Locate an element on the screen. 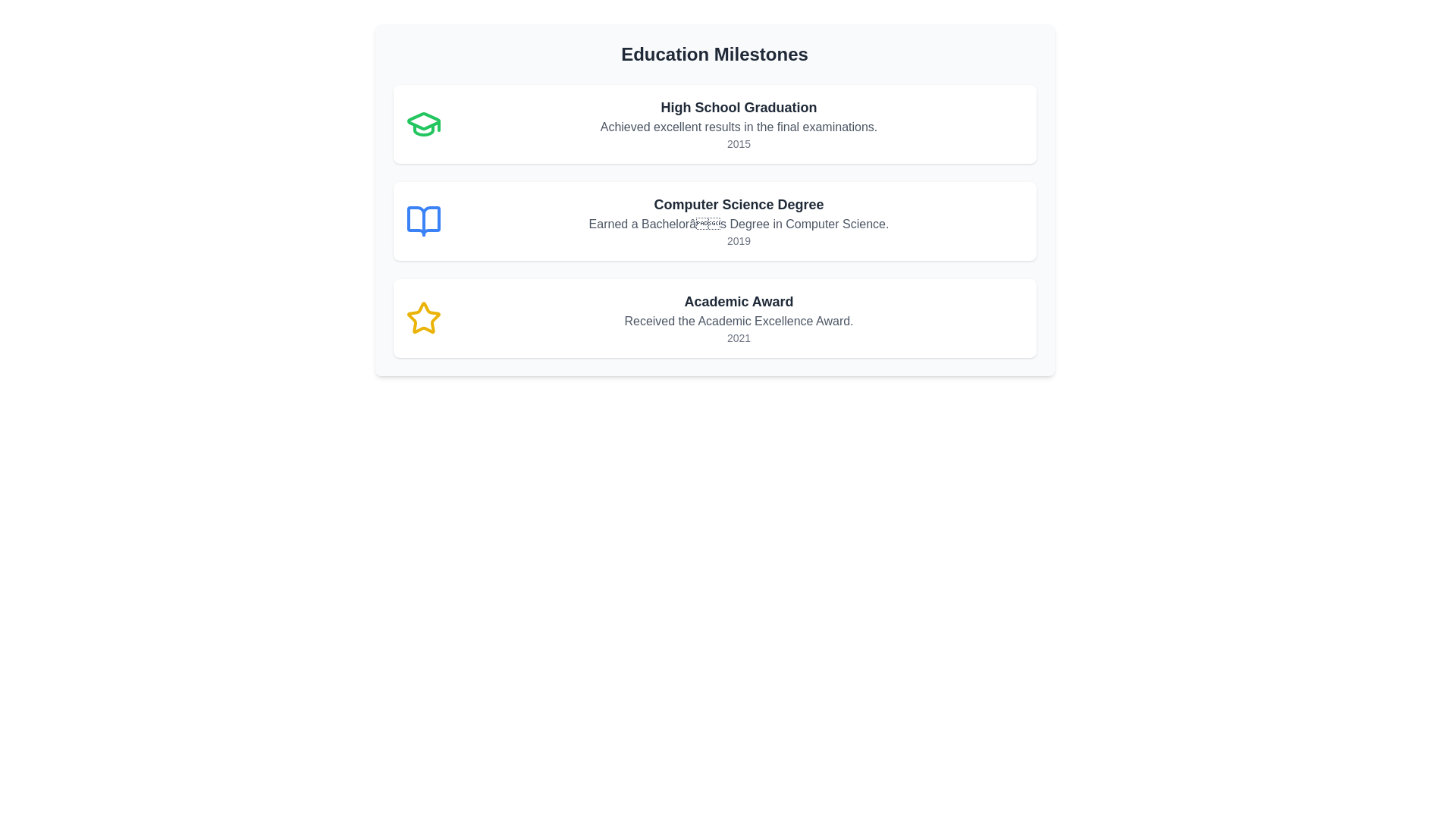 The image size is (1456, 819). the Informational Card displaying an educational achievement, which is the third card in a vertical list of similar cards is located at coordinates (714, 318).